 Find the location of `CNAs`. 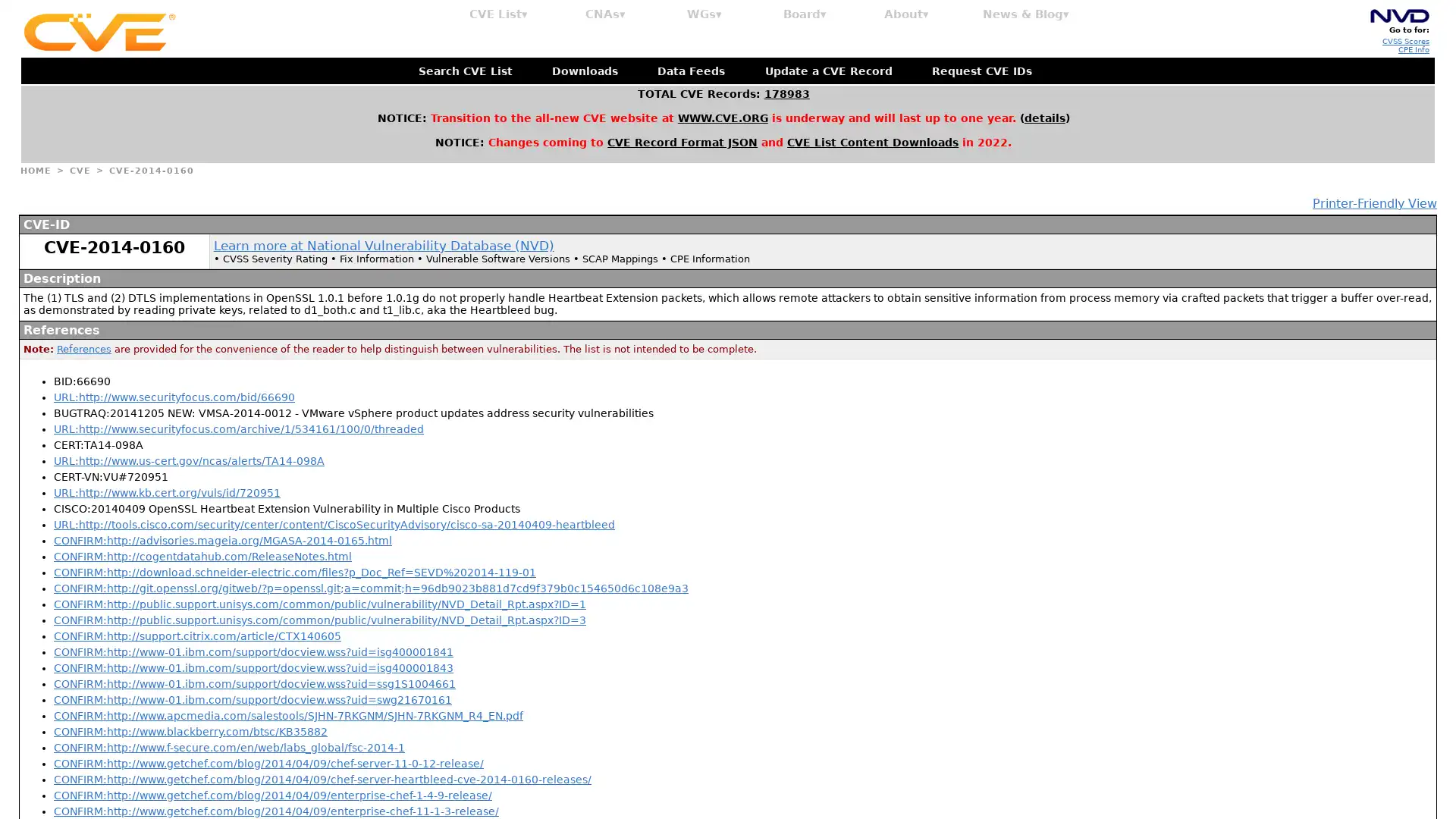

CNAs is located at coordinates (604, 14).